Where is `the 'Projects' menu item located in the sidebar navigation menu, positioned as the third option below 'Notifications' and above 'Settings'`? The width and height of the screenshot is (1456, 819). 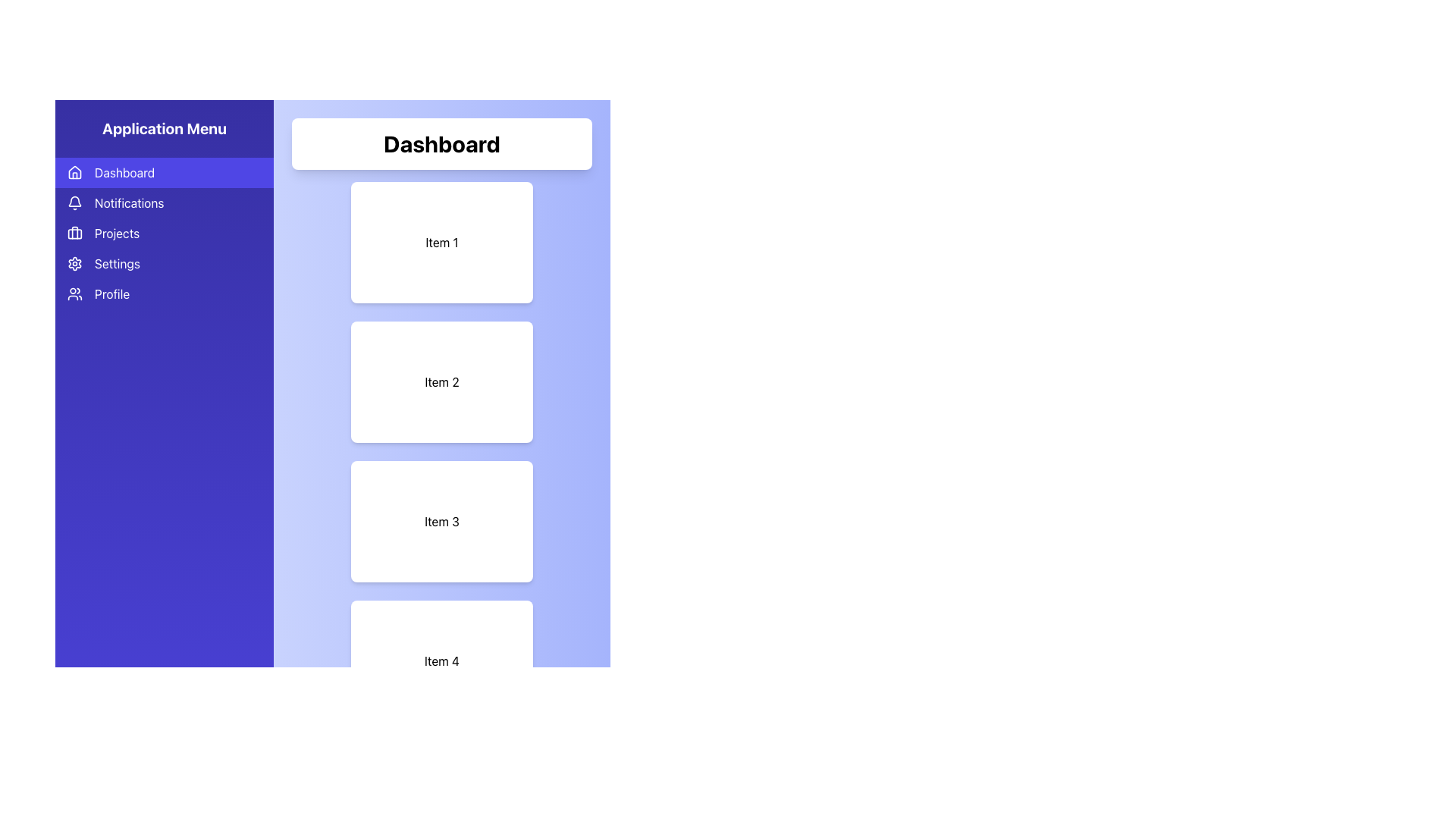
the 'Projects' menu item located in the sidebar navigation menu, positioned as the third option below 'Notifications' and above 'Settings' is located at coordinates (164, 234).